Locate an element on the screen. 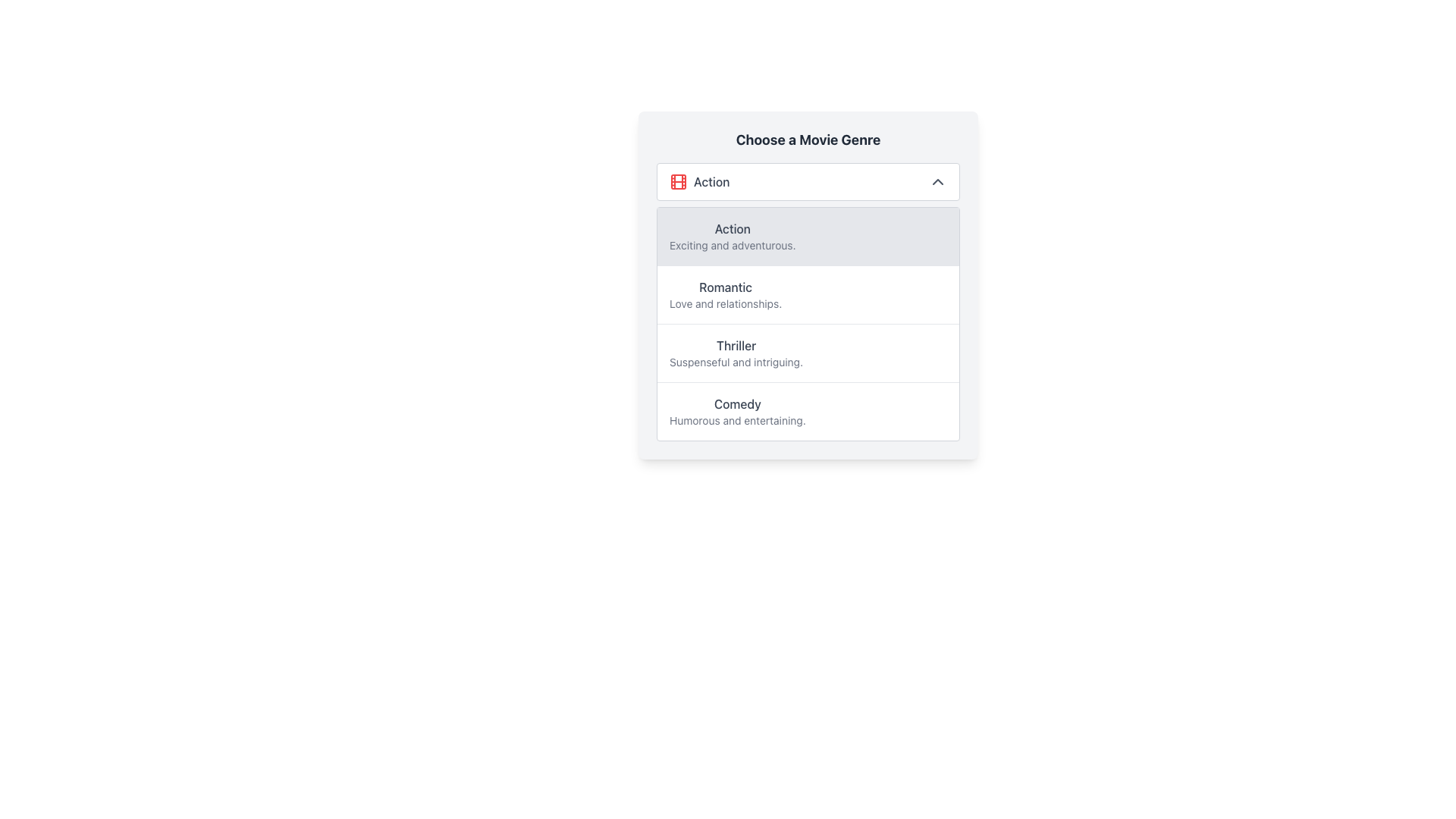 The width and height of the screenshot is (1456, 819). the text label 'Romantic' which is styled in medium-weight font and dark gray color, located in the second section of movie genres is located at coordinates (725, 287).